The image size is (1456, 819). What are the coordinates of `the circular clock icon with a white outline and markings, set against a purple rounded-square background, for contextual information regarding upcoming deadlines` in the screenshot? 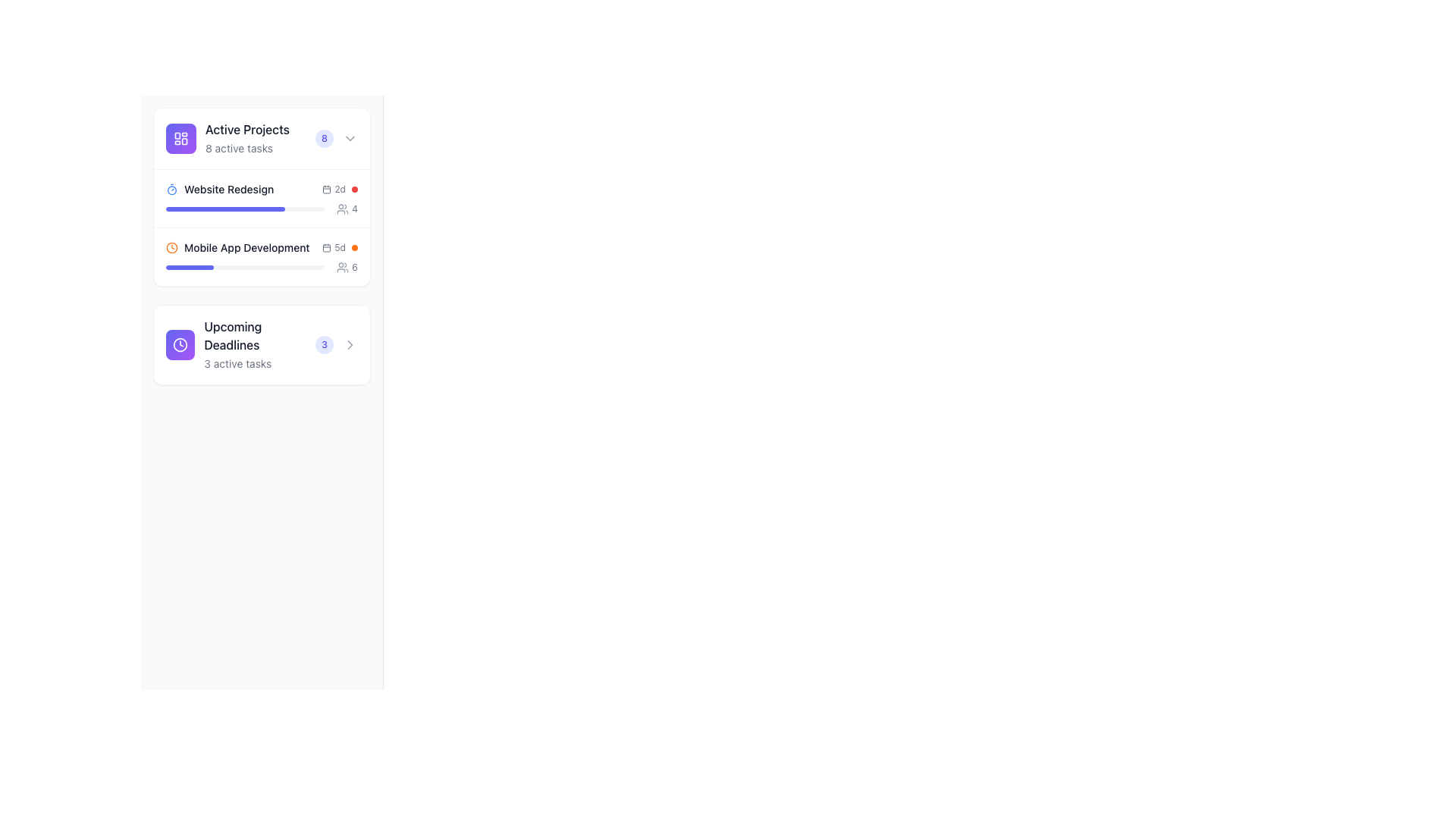 It's located at (180, 345).